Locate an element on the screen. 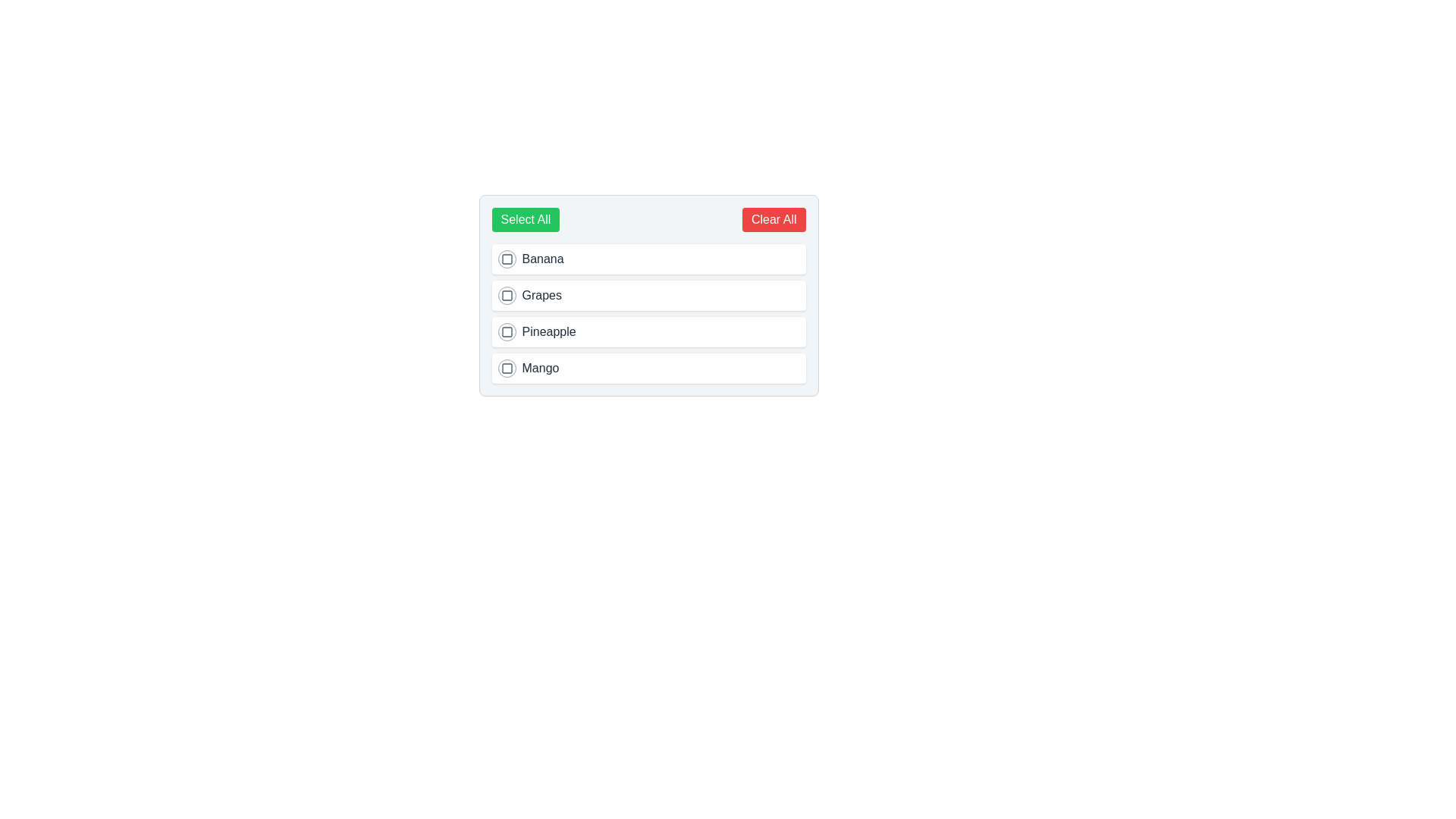 Image resolution: width=1456 pixels, height=819 pixels. text content of the text label displaying 'Mango' in dark-gray font, positioned below the item labeled Pineapple is located at coordinates (540, 369).